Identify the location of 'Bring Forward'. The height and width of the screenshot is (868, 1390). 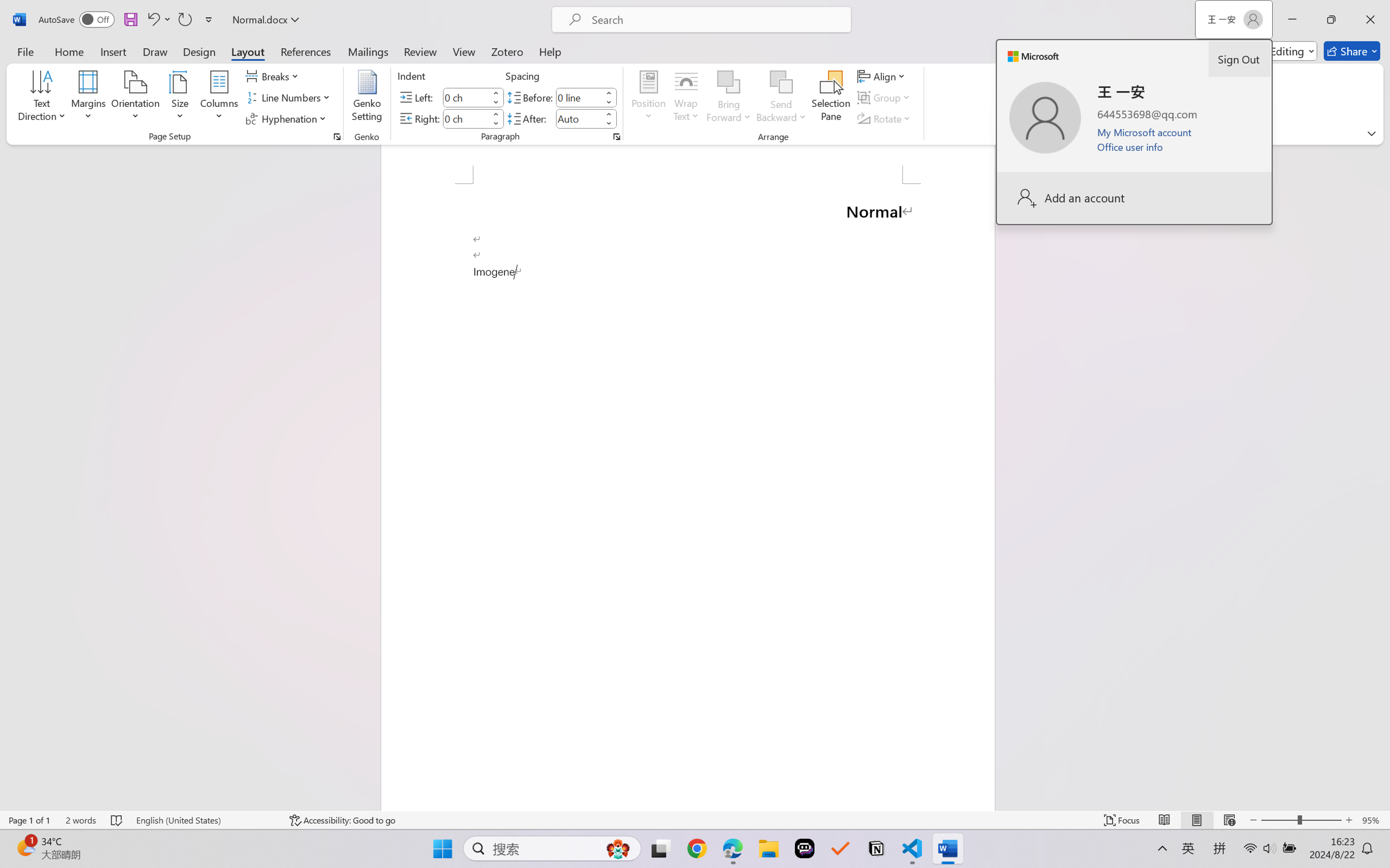
(729, 98).